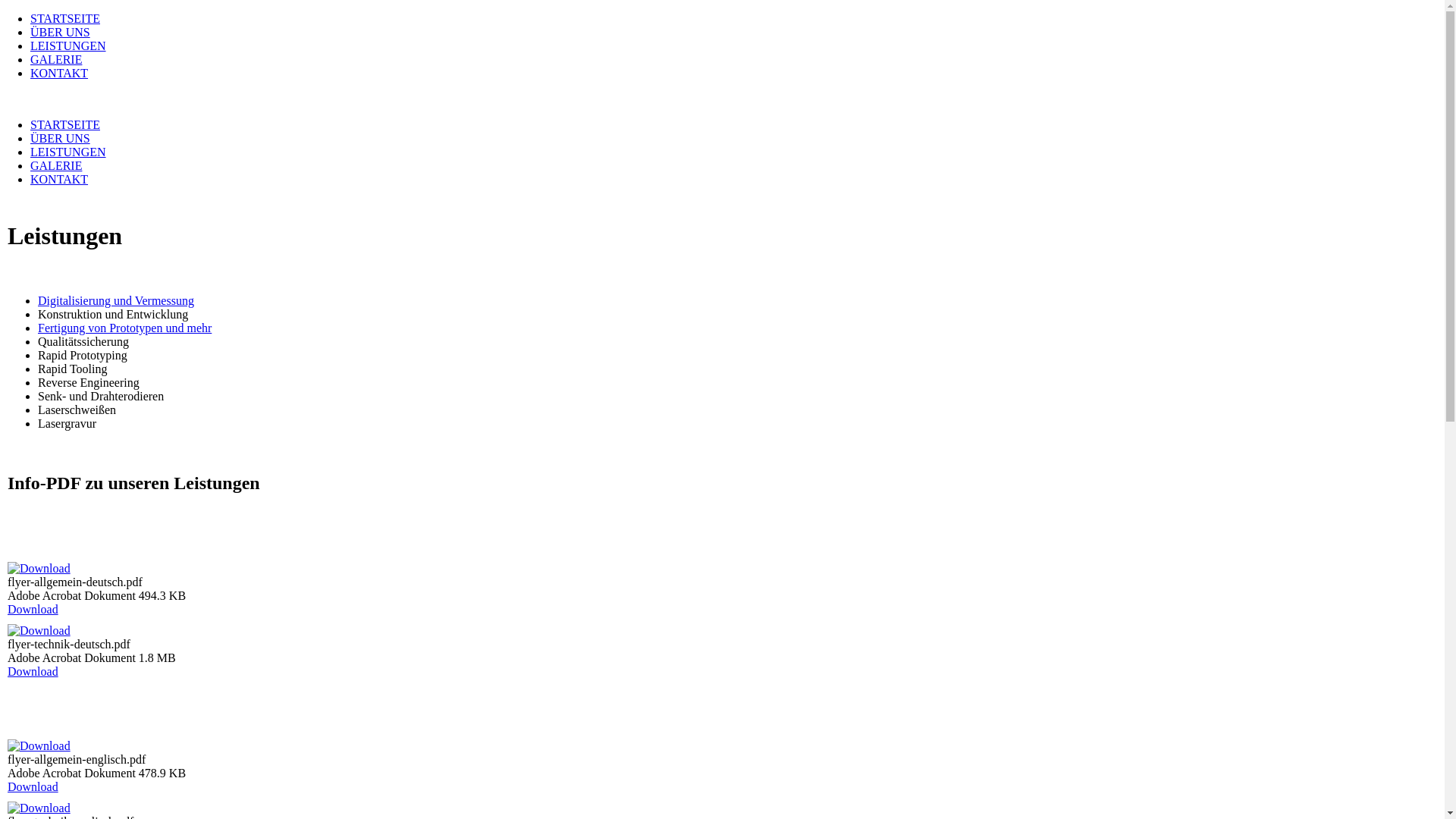 This screenshot has width=1456, height=819. Describe the element at coordinates (58, 178) in the screenshot. I see `'KONTAKT'` at that location.